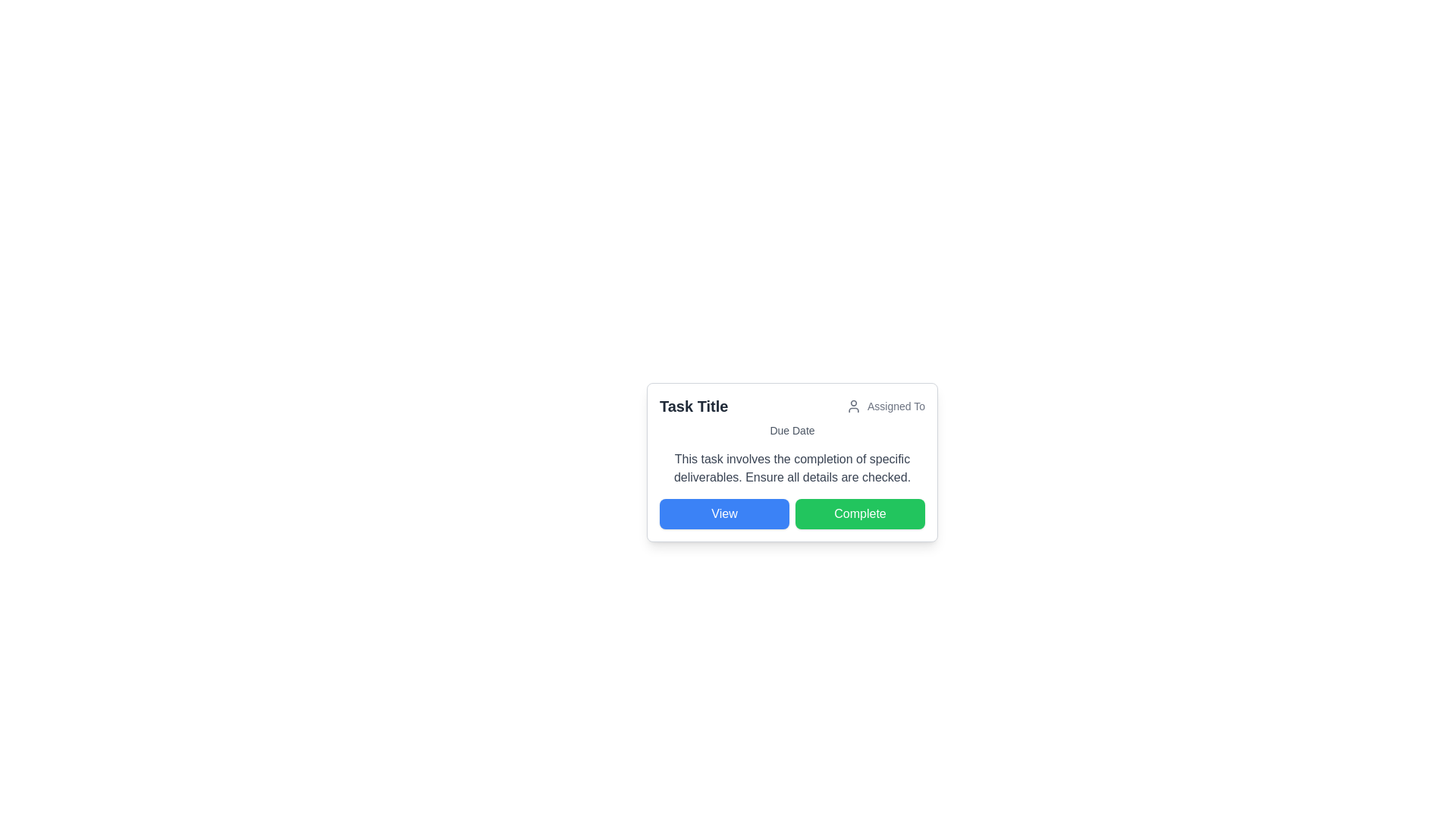 The height and width of the screenshot is (819, 1456). What do you see at coordinates (896, 406) in the screenshot?
I see `the text label indicating the assigned owner of the task in the upper-right section of the task card, located beside the user icon` at bounding box center [896, 406].